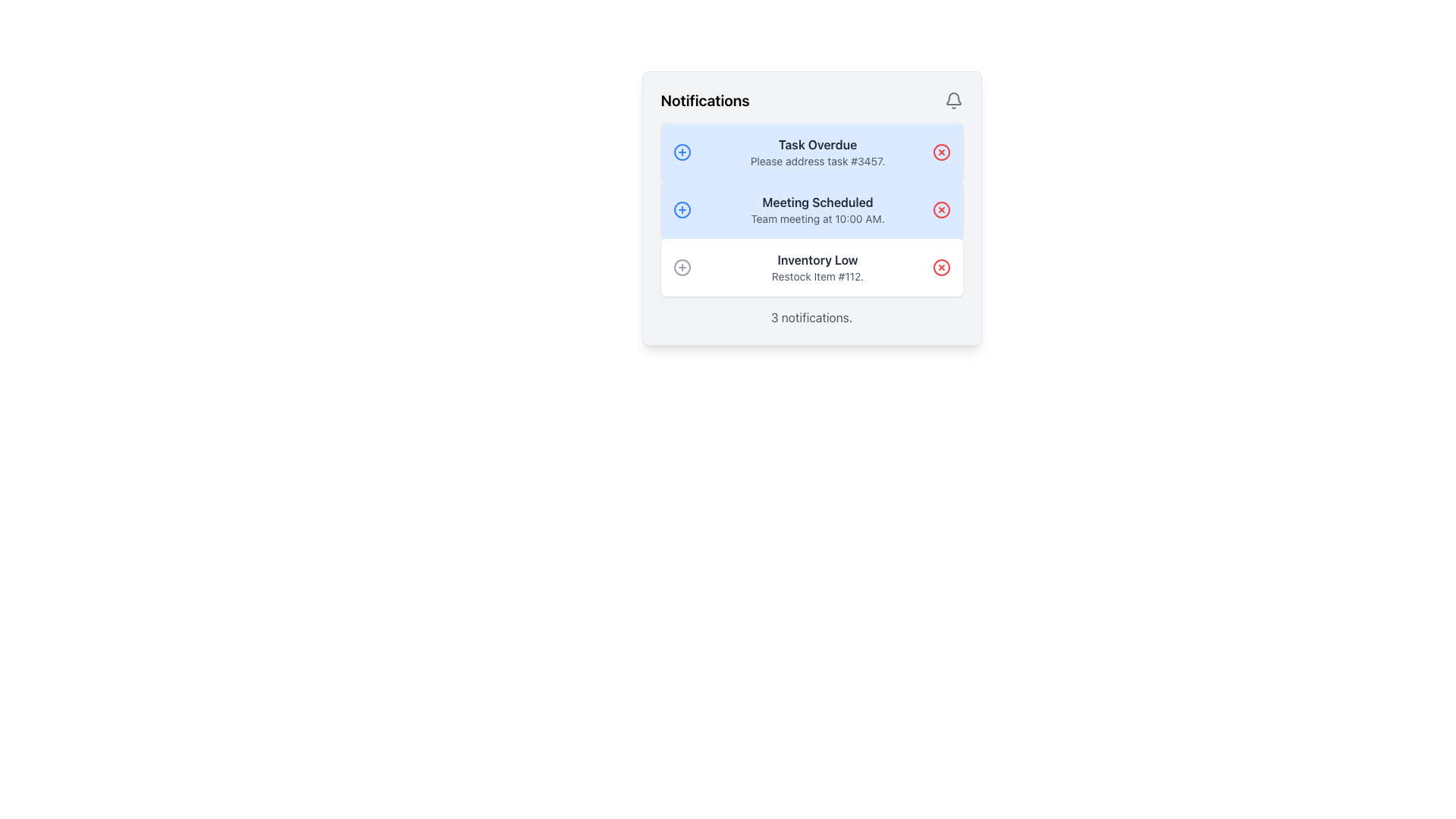  I want to click on the SVG bell icon representing notifications, located on the far right of the header section next to the 'Notifications' label, so click(952, 100).